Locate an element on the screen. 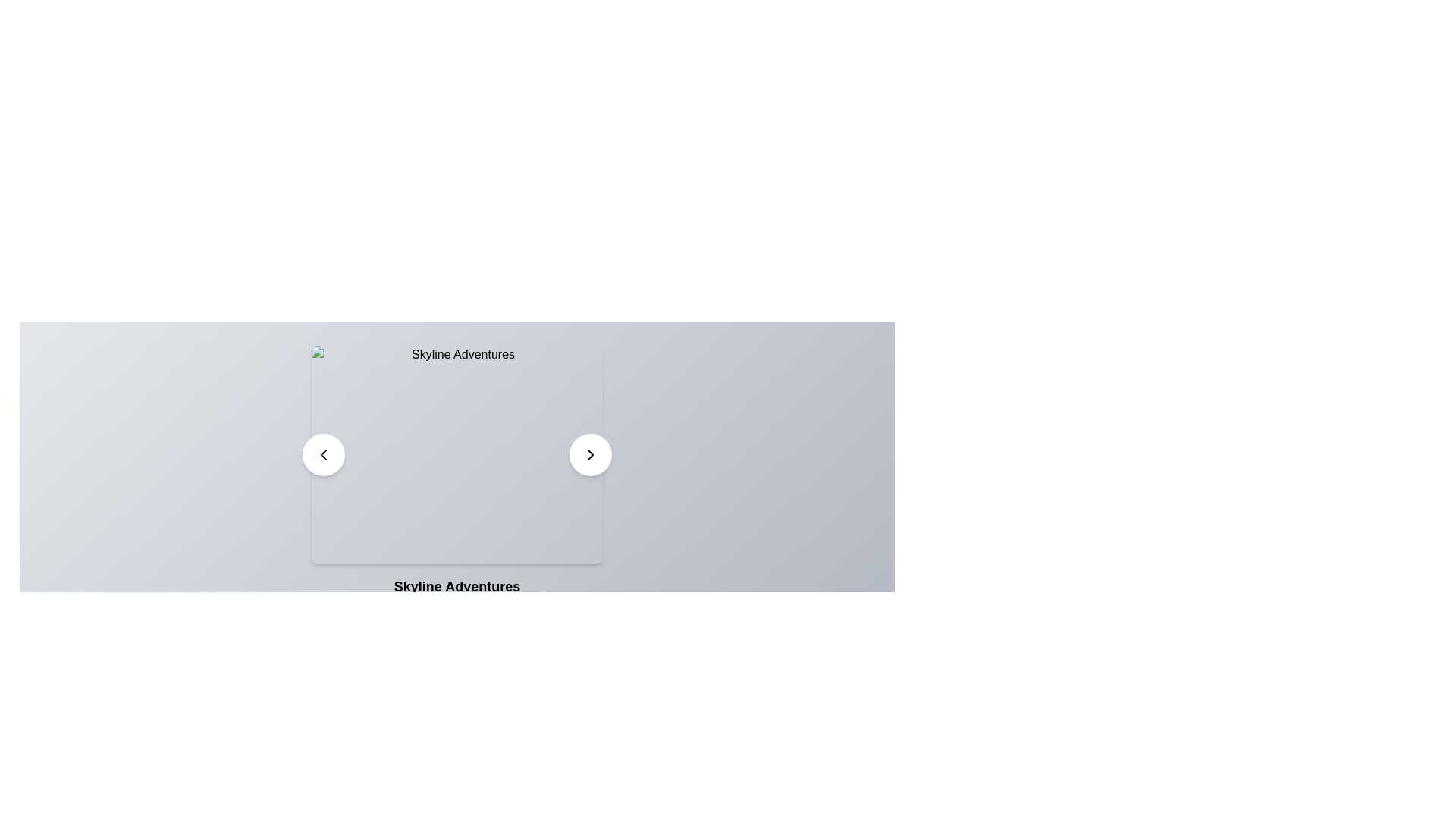 This screenshot has height=819, width=1456. the small right-arrow icon embedded within the circular button is located at coordinates (589, 454).